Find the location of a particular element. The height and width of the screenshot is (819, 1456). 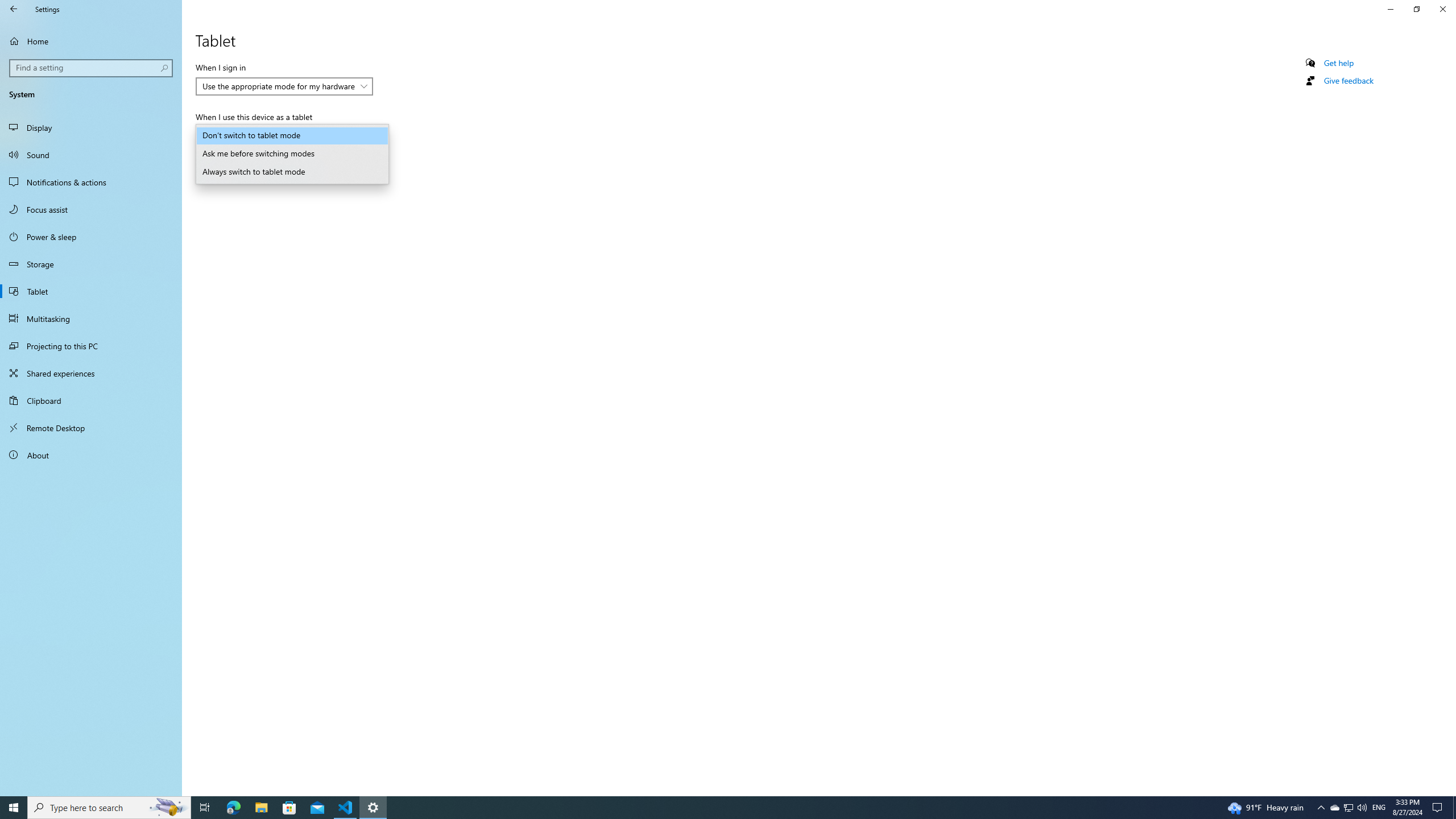

'Always switch to tablet mode' is located at coordinates (292, 172).